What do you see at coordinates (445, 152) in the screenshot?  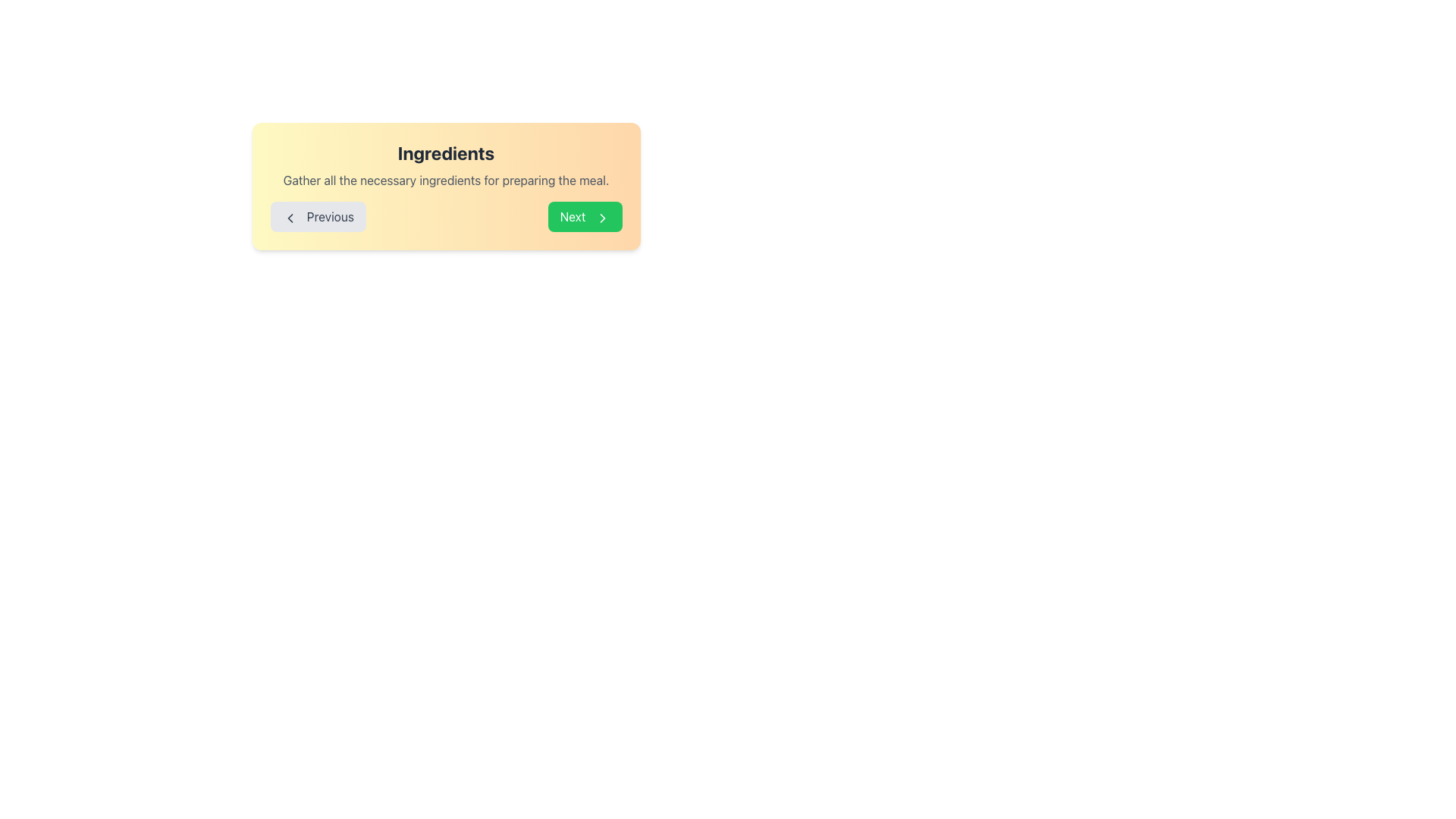 I see `the bold 'Ingredients' text label located at the top section of the rectangular card interface` at bounding box center [445, 152].